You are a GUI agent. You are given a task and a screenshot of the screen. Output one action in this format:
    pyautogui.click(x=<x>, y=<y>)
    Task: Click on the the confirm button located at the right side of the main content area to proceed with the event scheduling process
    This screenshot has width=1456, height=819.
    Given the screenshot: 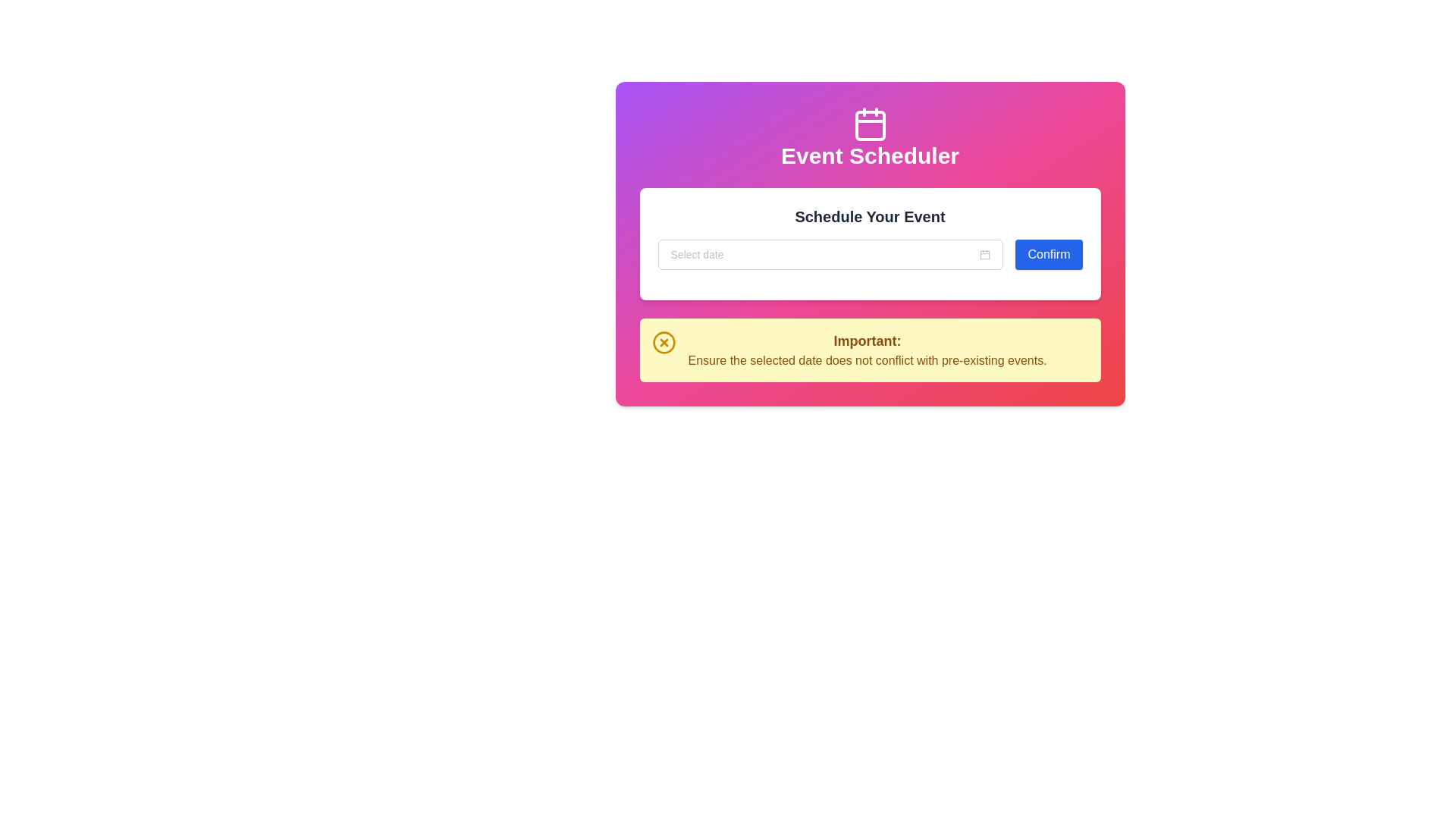 What is the action you would take?
    pyautogui.click(x=1047, y=253)
    